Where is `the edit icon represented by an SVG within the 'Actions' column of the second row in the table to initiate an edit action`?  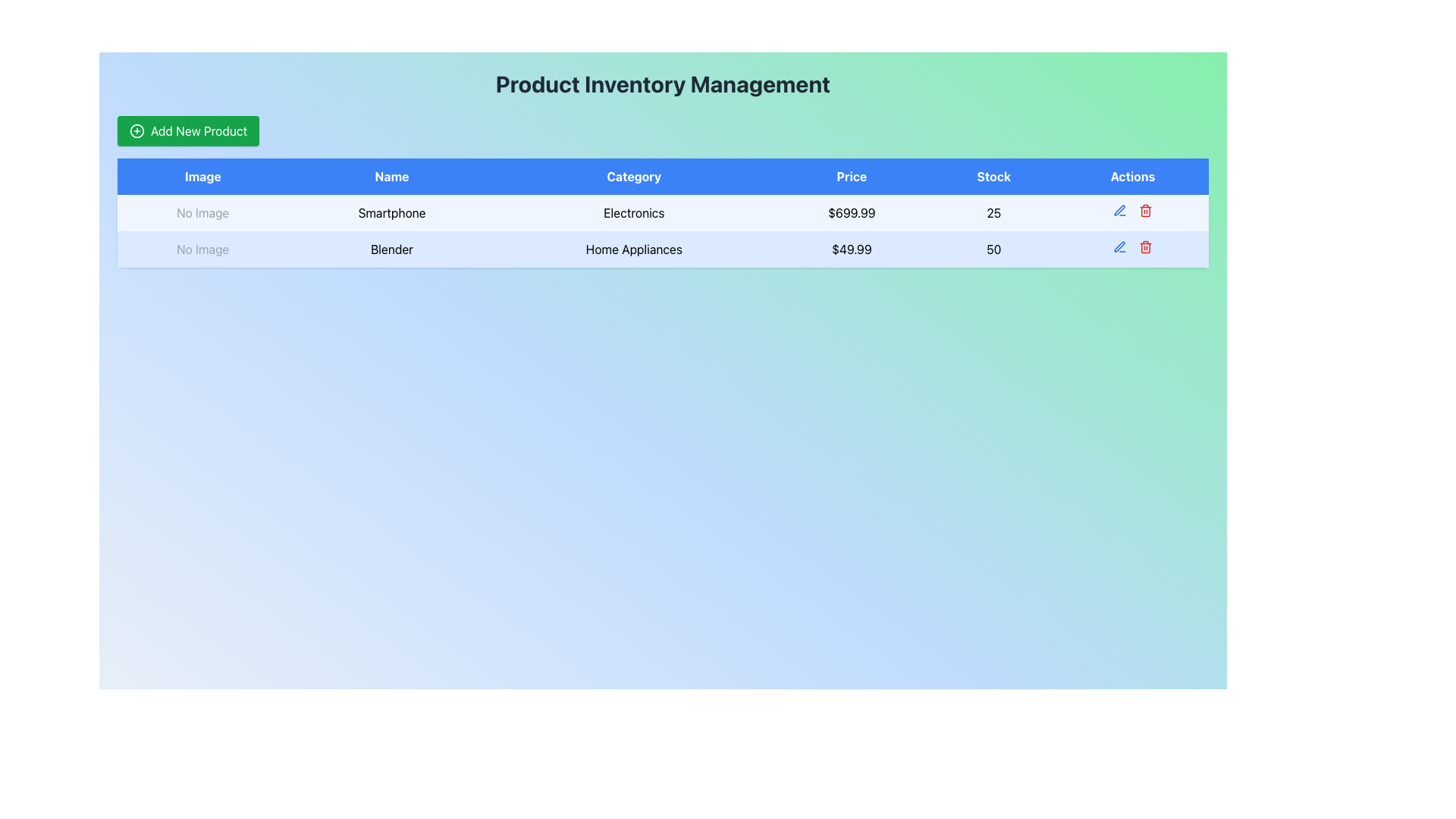 the edit icon represented by an SVG within the 'Actions' column of the second row in the table to initiate an edit action is located at coordinates (1119, 246).